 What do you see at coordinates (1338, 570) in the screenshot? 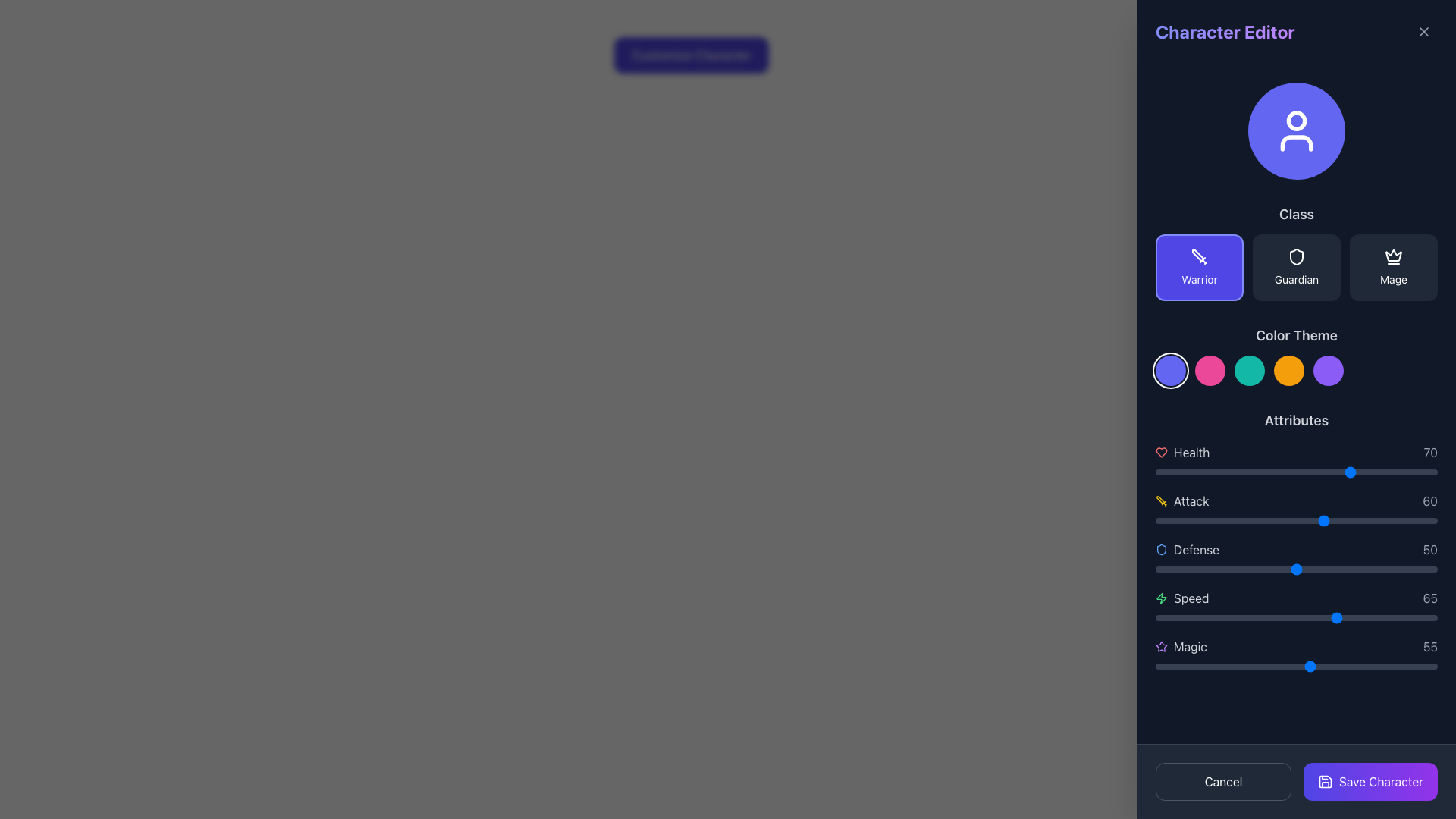
I see `the defense level` at bounding box center [1338, 570].